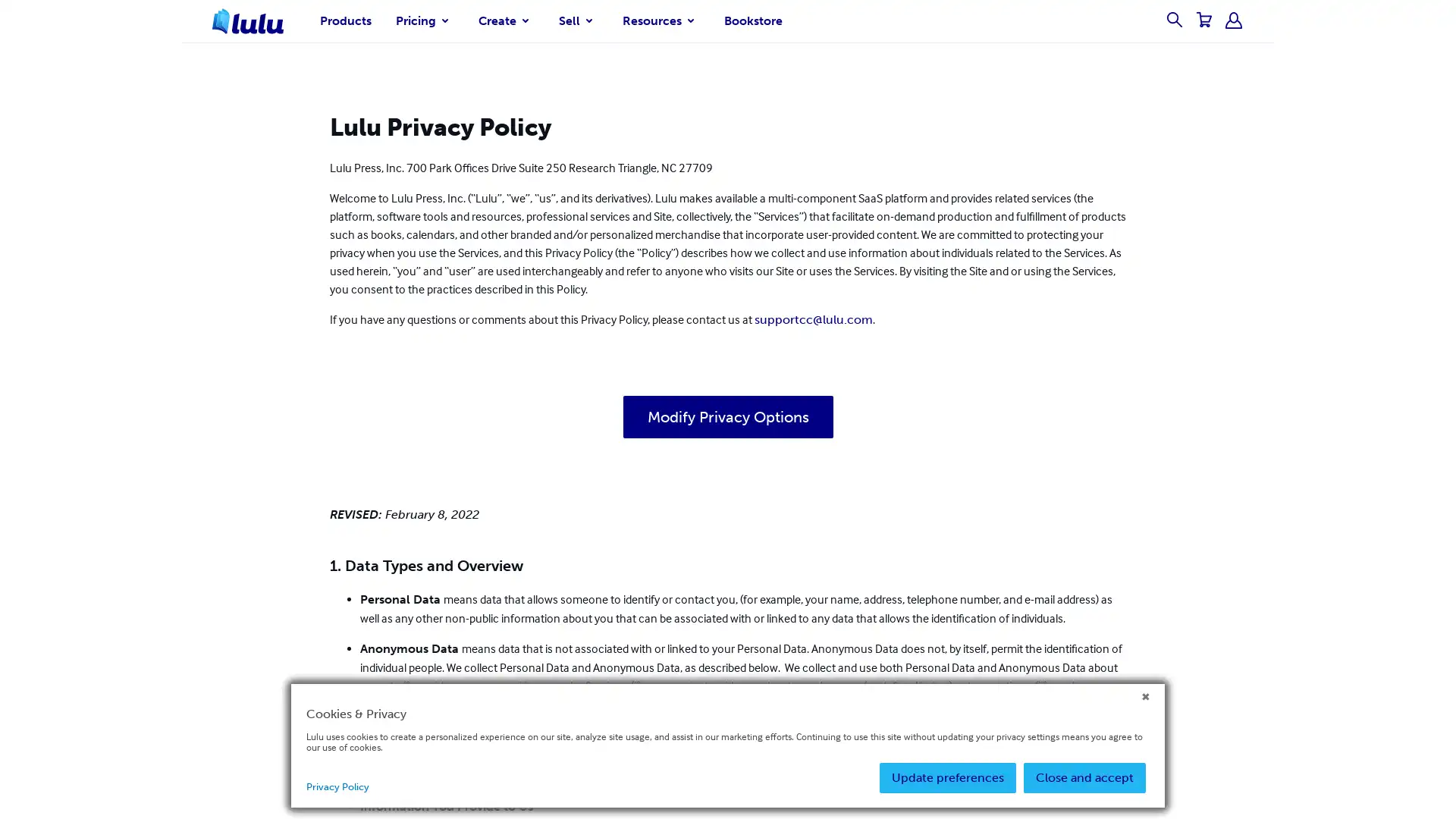 The width and height of the screenshot is (1456, 819). What do you see at coordinates (726, 416) in the screenshot?
I see `Modify Privacy Options` at bounding box center [726, 416].